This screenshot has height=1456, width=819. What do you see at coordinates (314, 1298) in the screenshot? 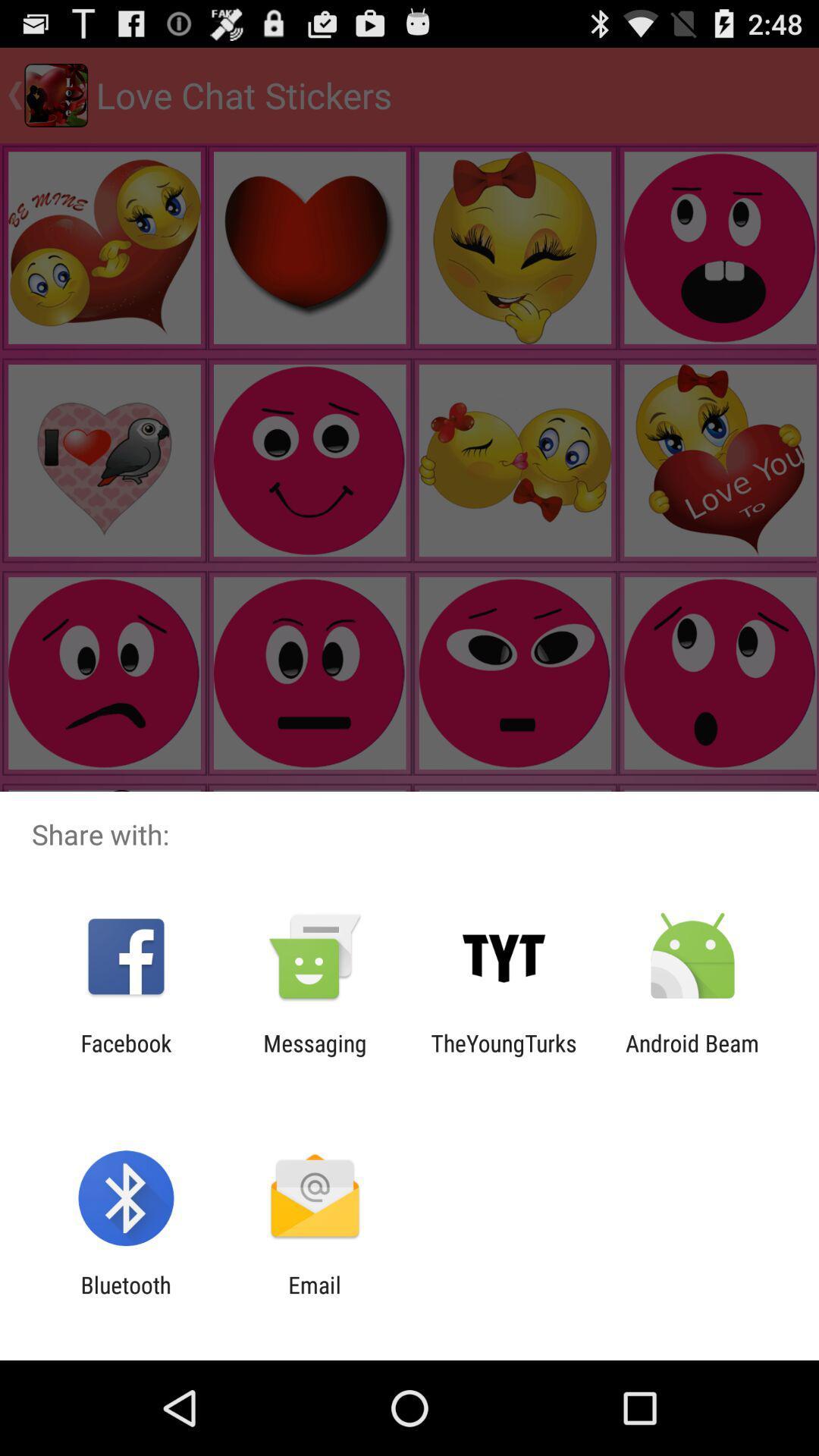
I see `the item to the right of the bluetooth app` at bounding box center [314, 1298].